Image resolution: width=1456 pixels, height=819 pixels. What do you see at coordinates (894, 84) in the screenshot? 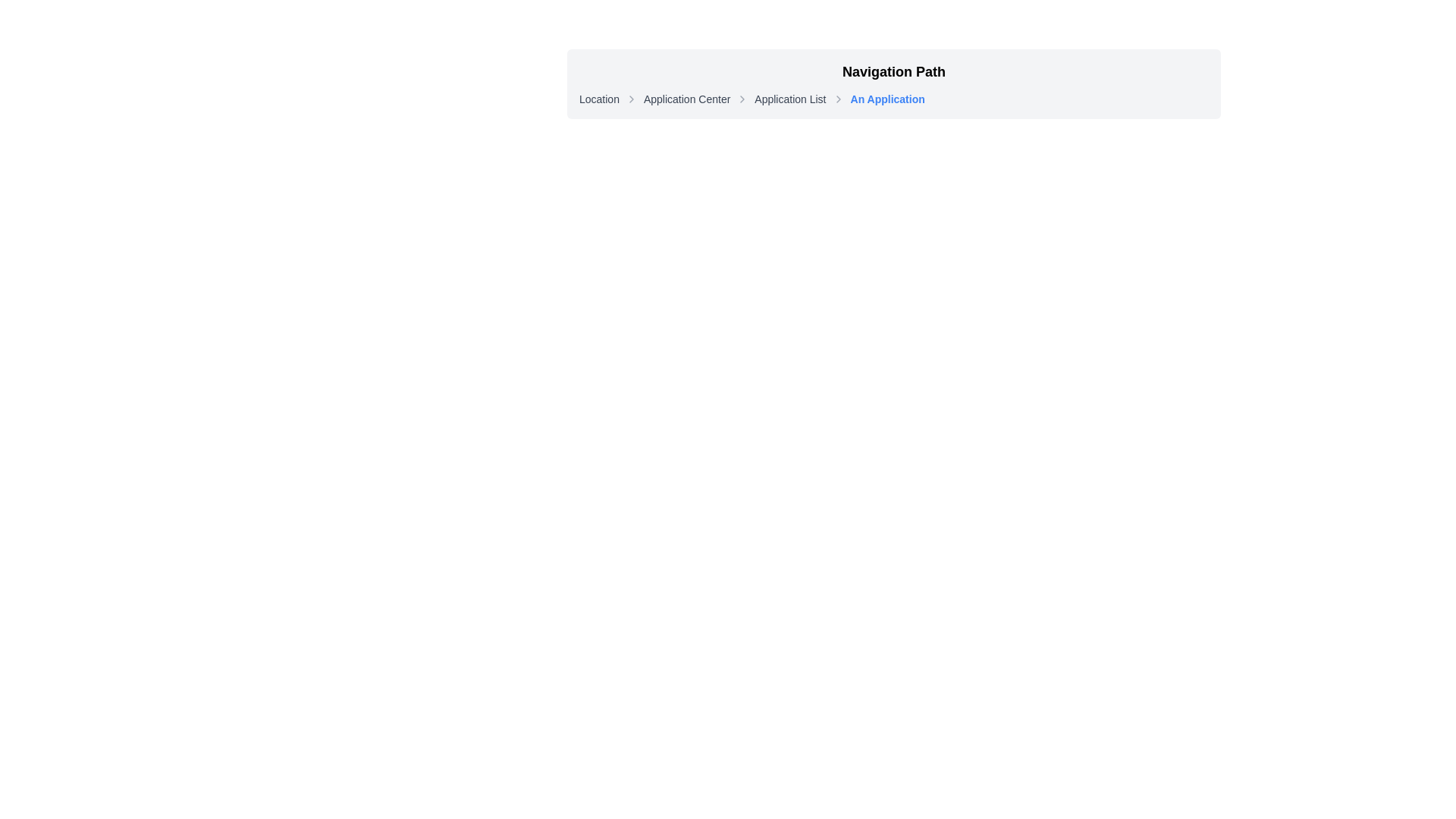
I see `the 'An Application' link in the Breadcrumb Navigation Bar` at bounding box center [894, 84].